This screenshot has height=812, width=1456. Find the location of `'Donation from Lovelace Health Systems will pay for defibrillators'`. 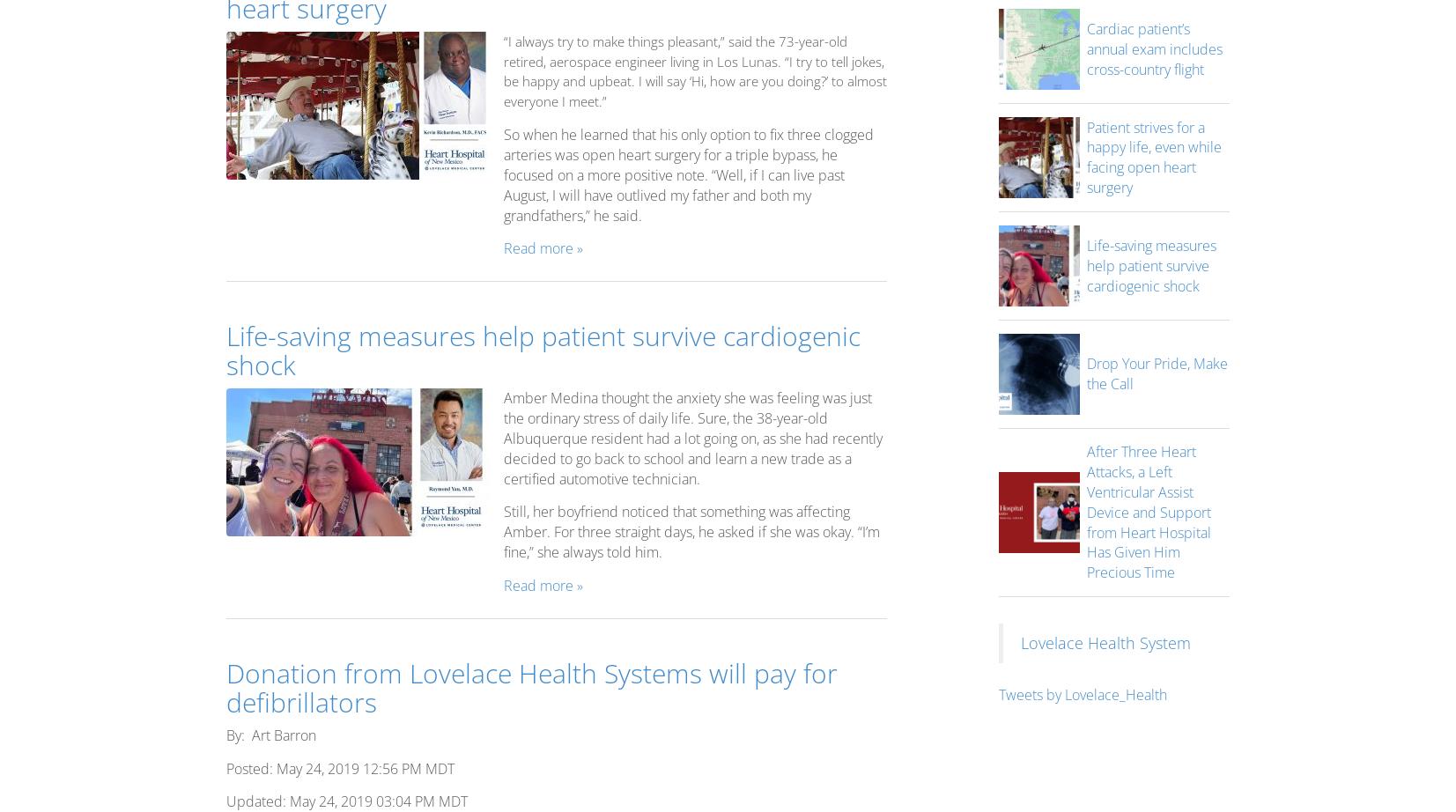

'Donation from Lovelace Health Systems will pay for defibrillators' is located at coordinates (530, 686).